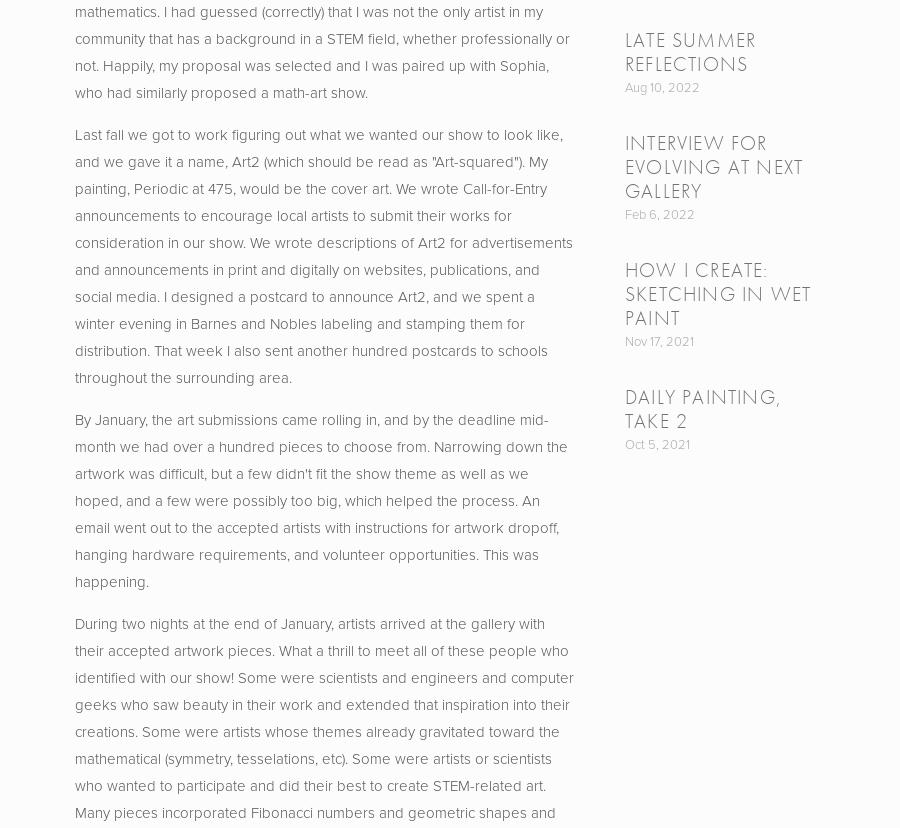  I want to click on 'Feb 6, 2022', so click(659, 213).